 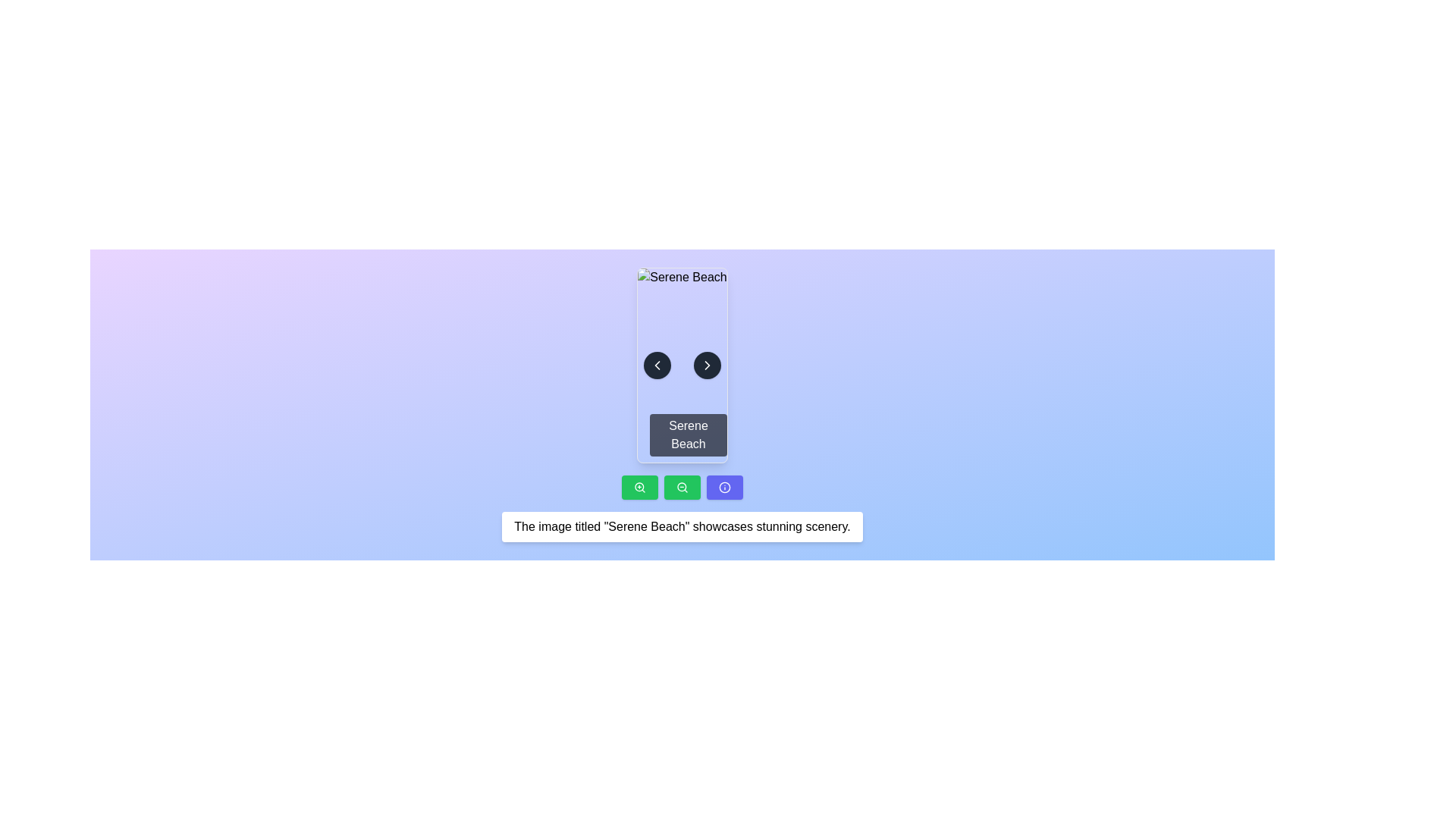 I want to click on the last button in the horizontal row of three buttons below the image display area, so click(x=723, y=488).